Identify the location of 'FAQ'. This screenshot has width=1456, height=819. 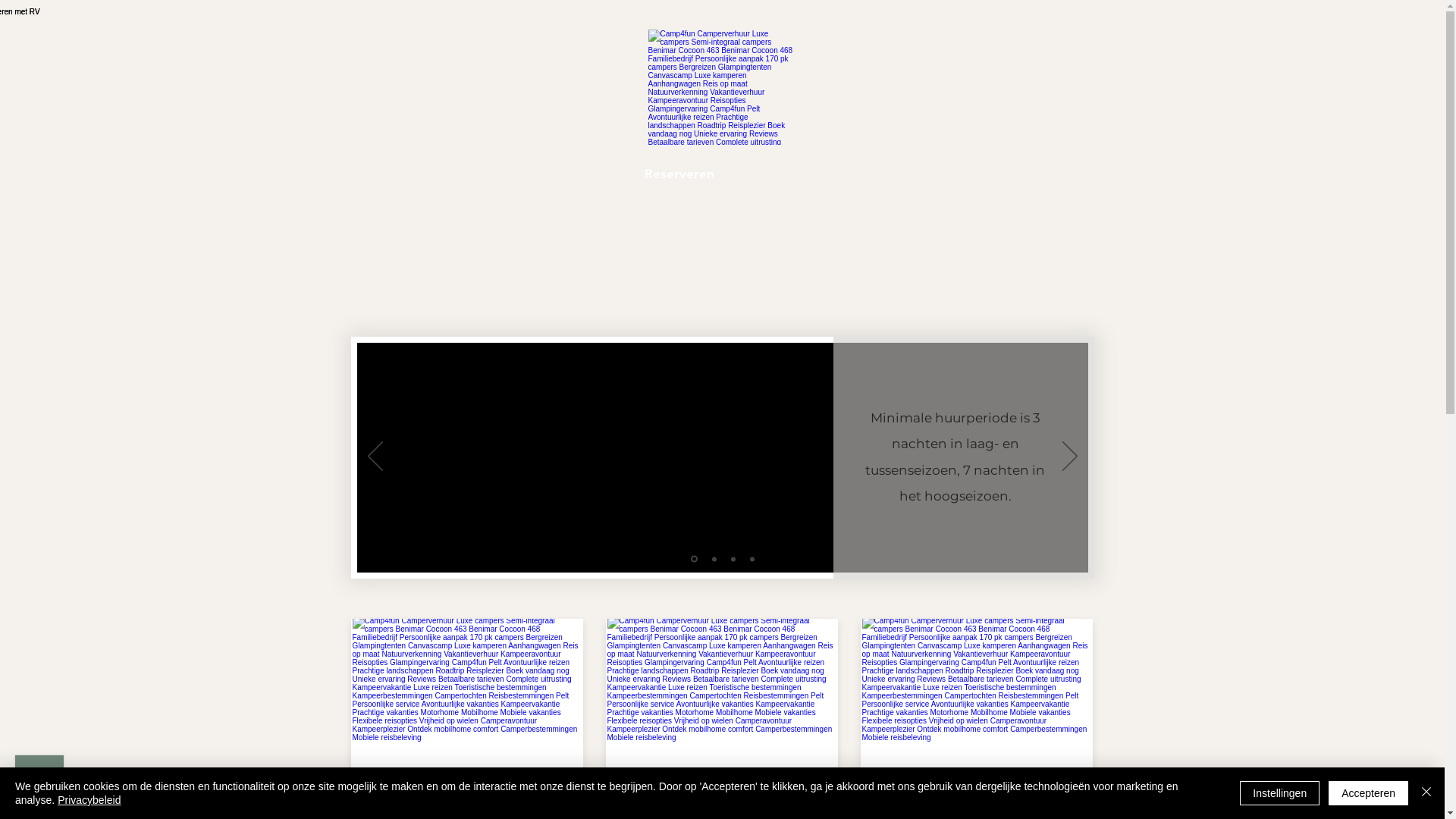
(824, 172).